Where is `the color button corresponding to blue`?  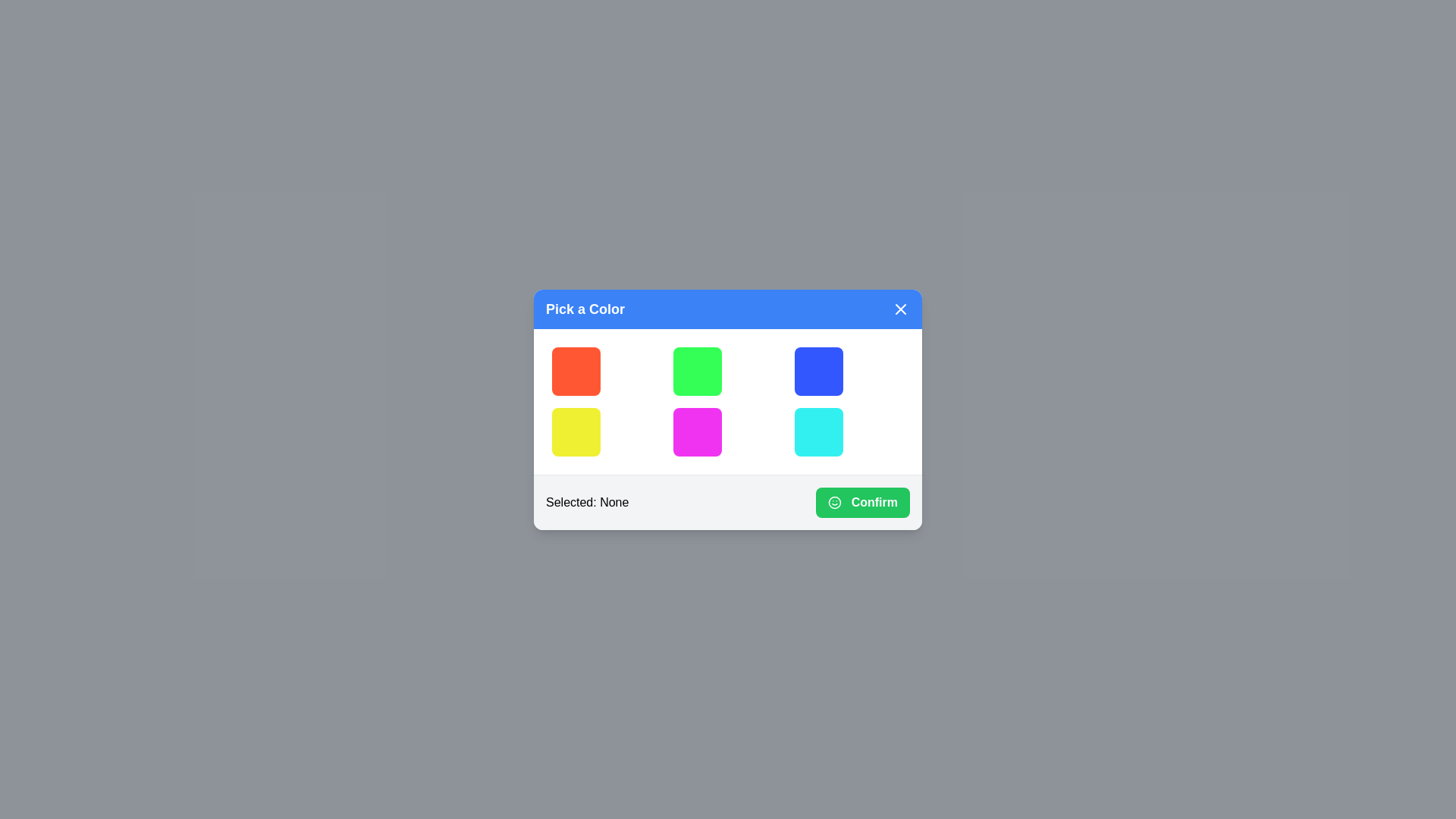
the color button corresponding to blue is located at coordinates (818, 371).